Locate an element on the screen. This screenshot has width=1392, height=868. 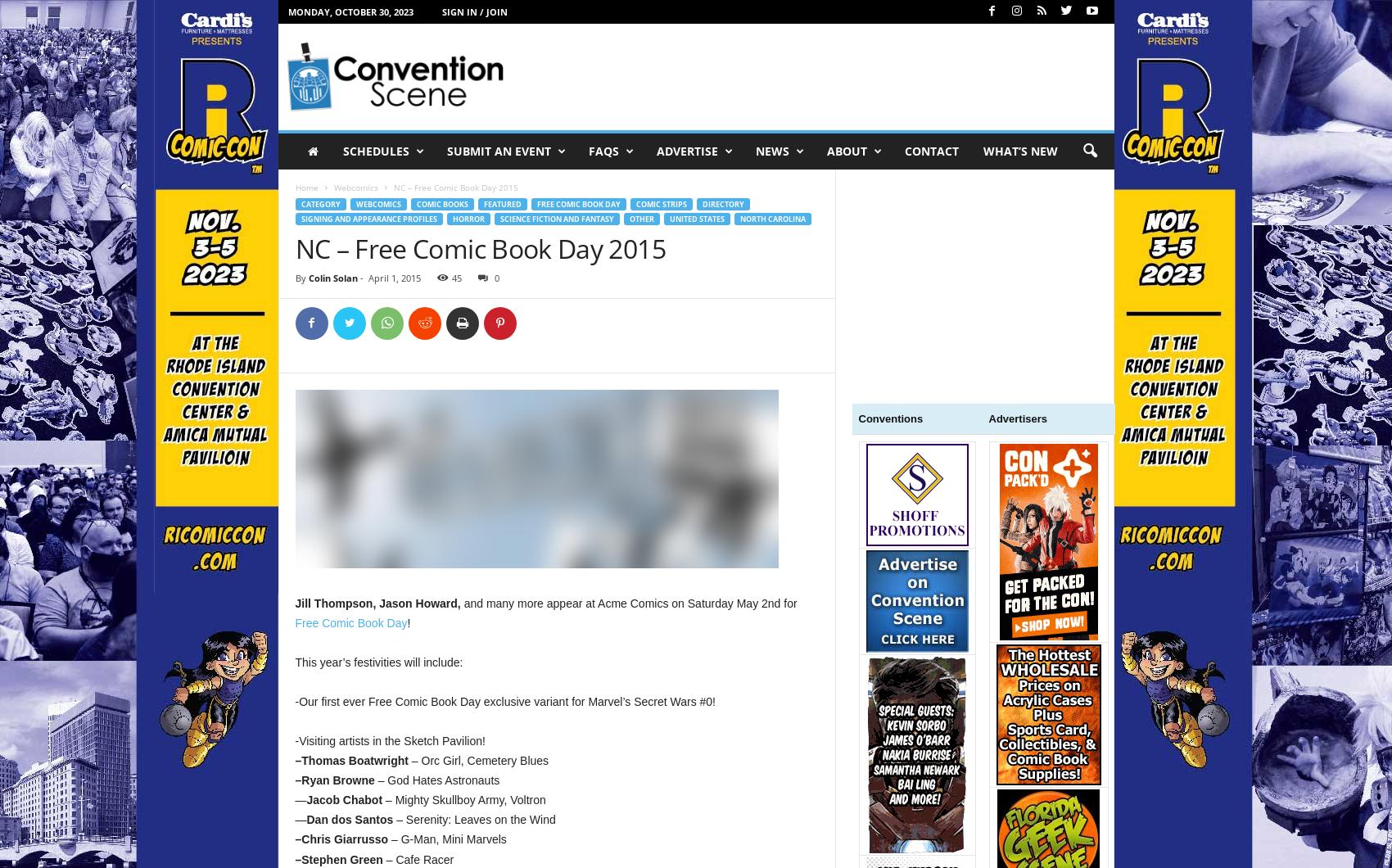
'Sign in / Join' is located at coordinates (474, 11).